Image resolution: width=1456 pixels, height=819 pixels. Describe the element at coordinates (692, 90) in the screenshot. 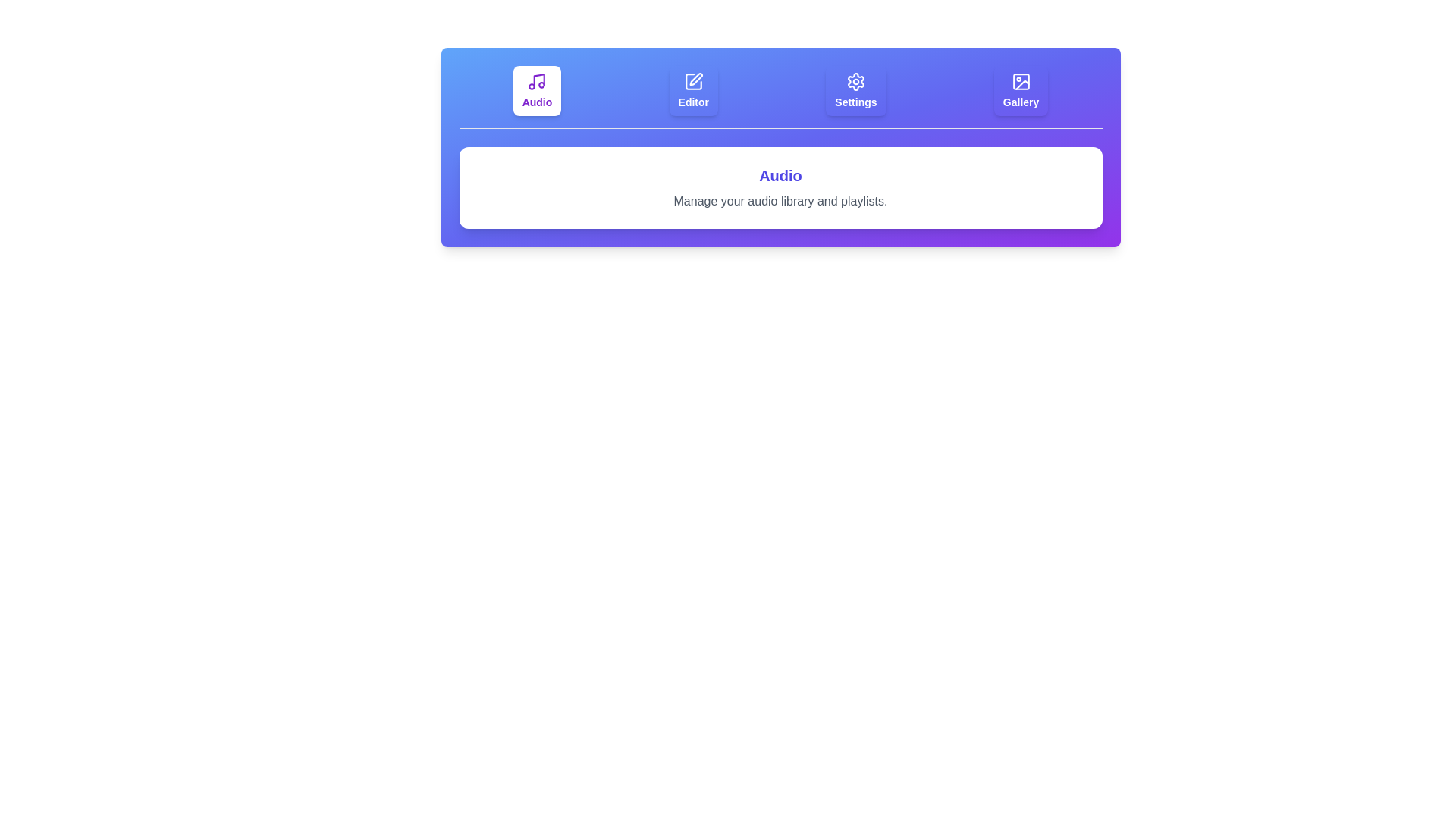

I see `the tab labeled Editor to observe its hover effect` at that location.